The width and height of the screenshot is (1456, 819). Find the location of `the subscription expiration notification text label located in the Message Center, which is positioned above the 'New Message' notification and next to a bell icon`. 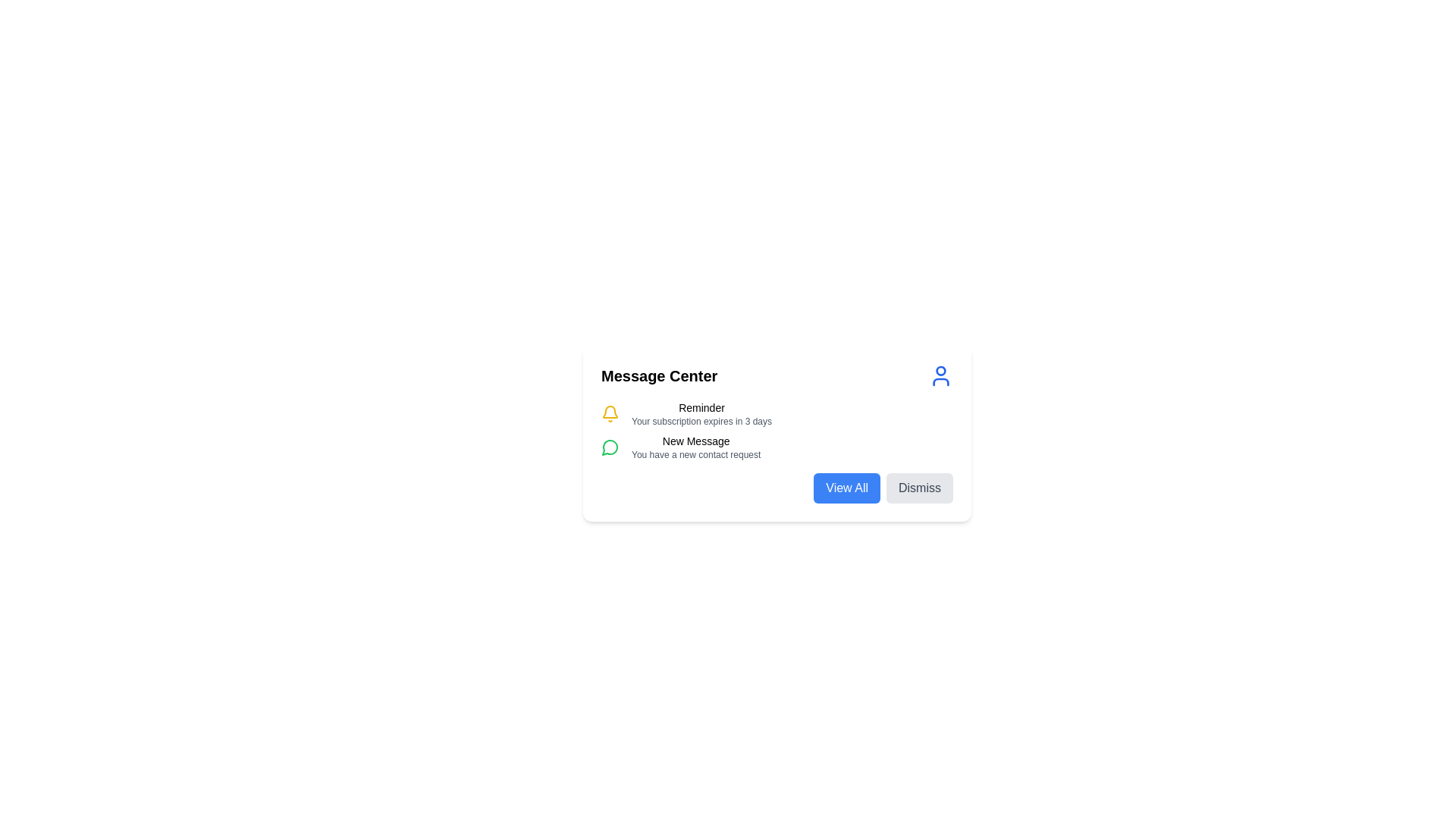

the subscription expiration notification text label located in the Message Center, which is positioned above the 'New Message' notification and next to a bell icon is located at coordinates (701, 414).